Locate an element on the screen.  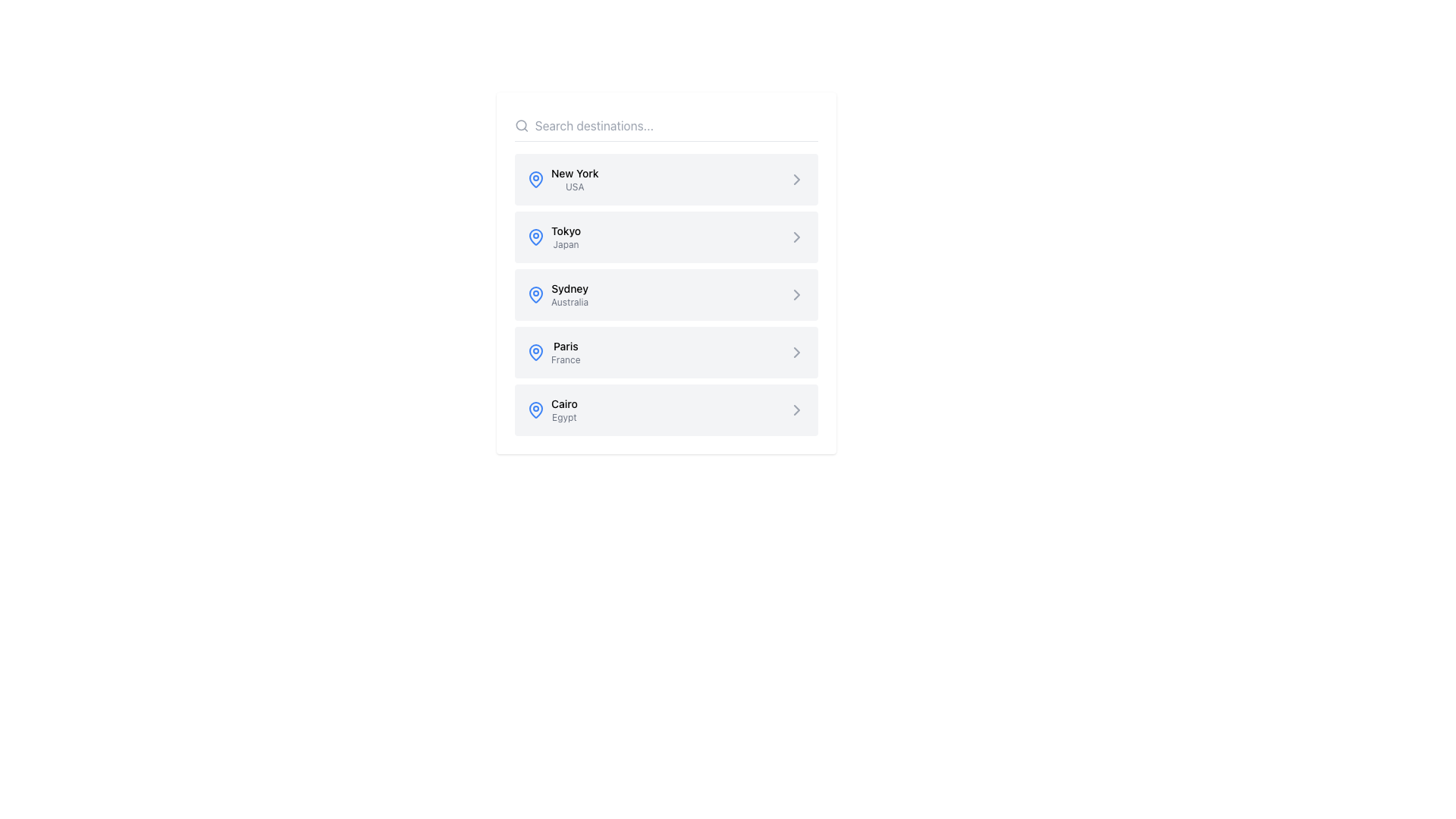
the location display item showing 'SydneyAustralia' with a blue location pin icon on the left is located at coordinates (557, 295).